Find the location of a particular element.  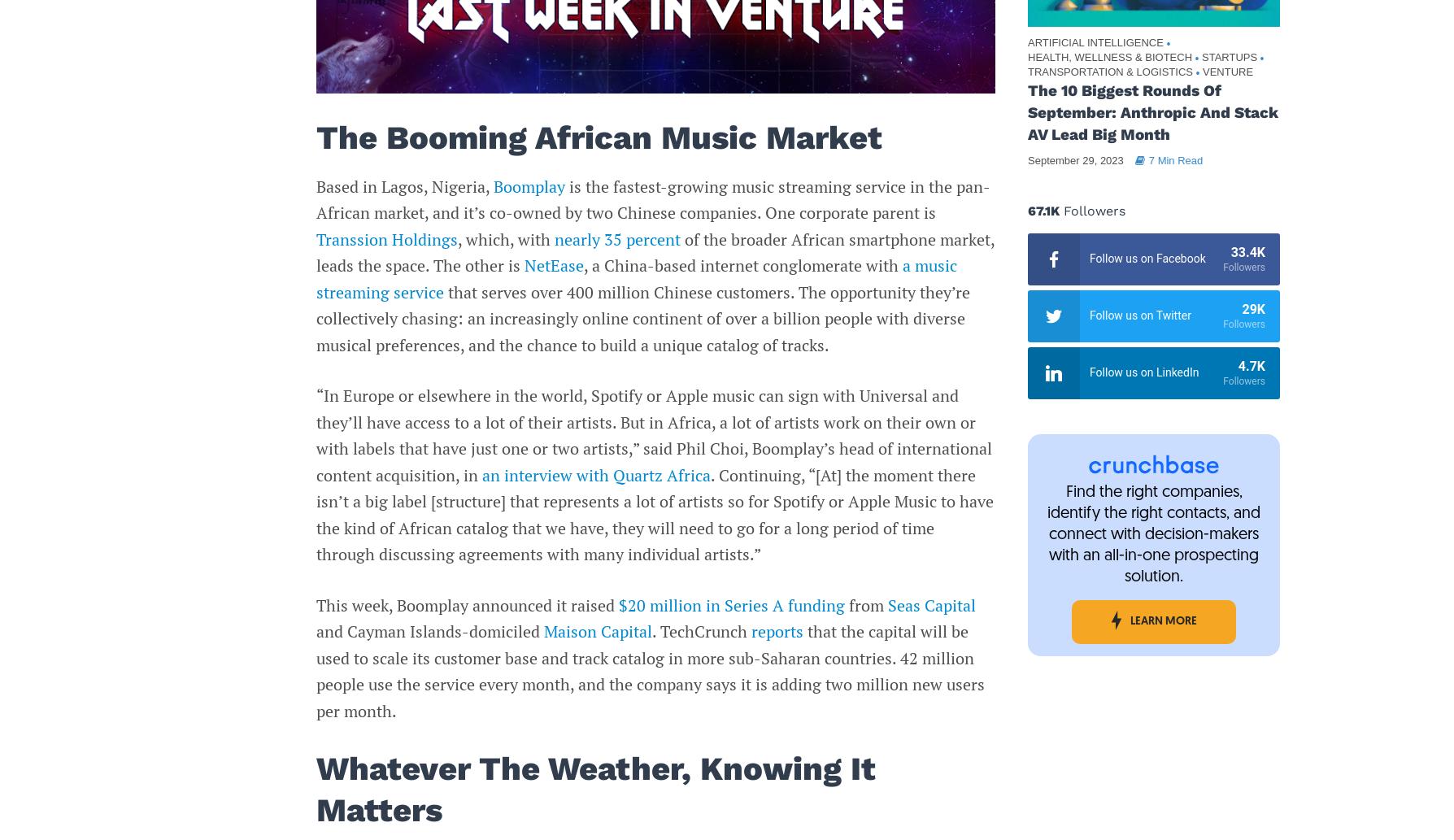

'33.4K' is located at coordinates (1247, 251).